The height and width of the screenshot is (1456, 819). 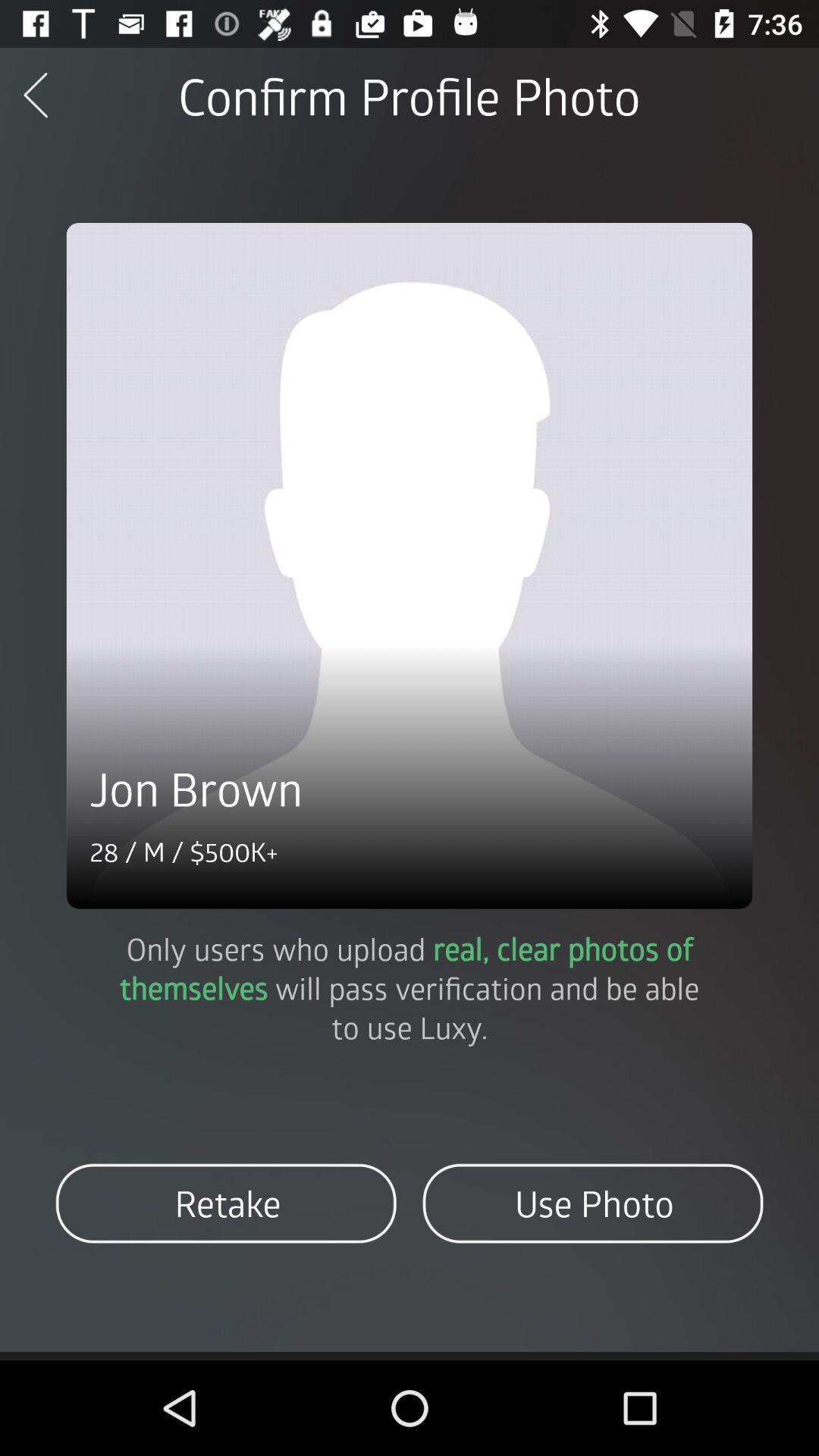 What do you see at coordinates (408, 94) in the screenshot?
I see `confirm profile photo` at bounding box center [408, 94].